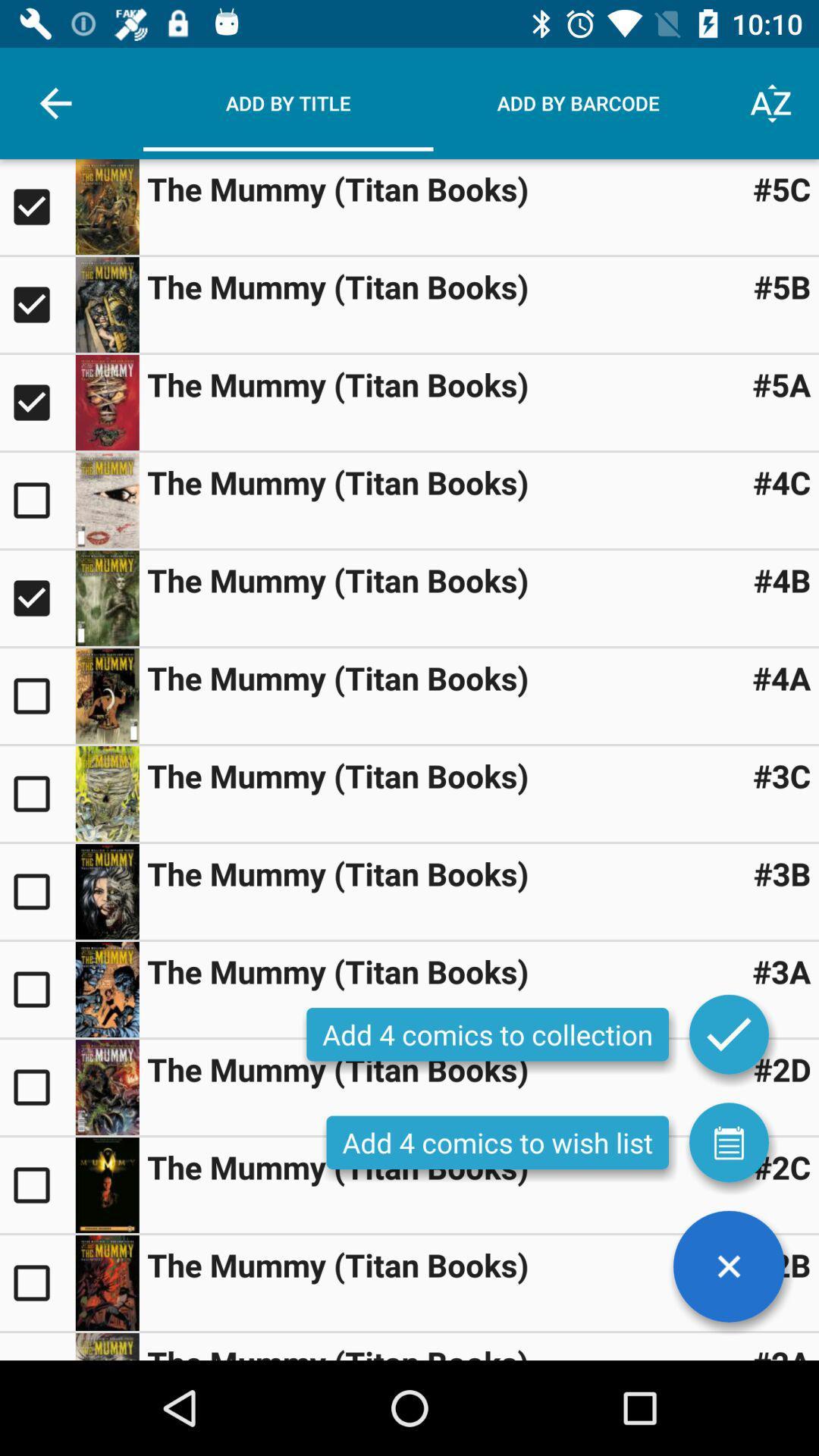 The height and width of the screenshot is (1456, 819). I want to click on title checkbox, so click(36, 597).